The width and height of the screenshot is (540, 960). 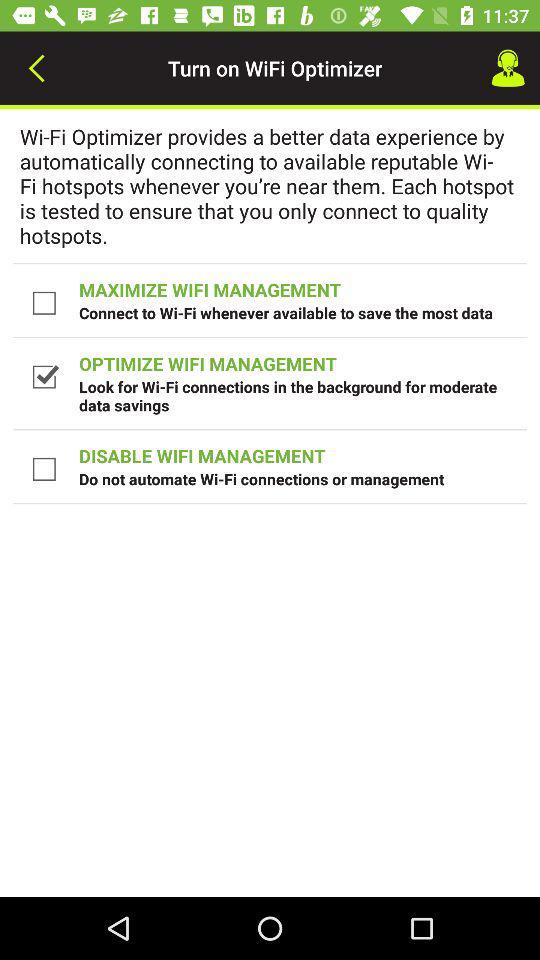 I want to click on the item to the left of the turn on wifi item, so click(x=36, y=68).